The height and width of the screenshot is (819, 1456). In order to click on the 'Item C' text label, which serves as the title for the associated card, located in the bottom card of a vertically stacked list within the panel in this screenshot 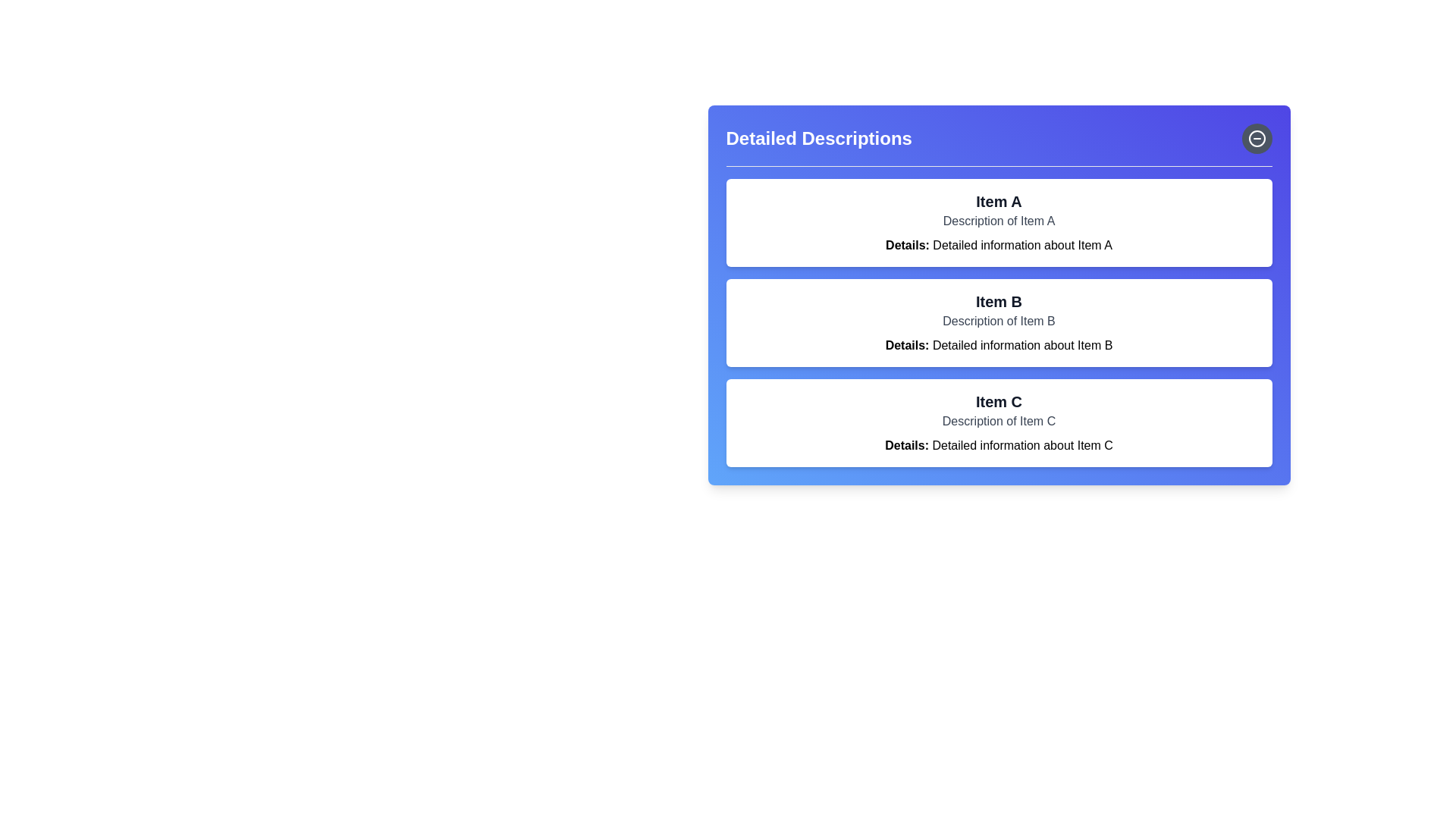, I will do `click(999, 400)`.